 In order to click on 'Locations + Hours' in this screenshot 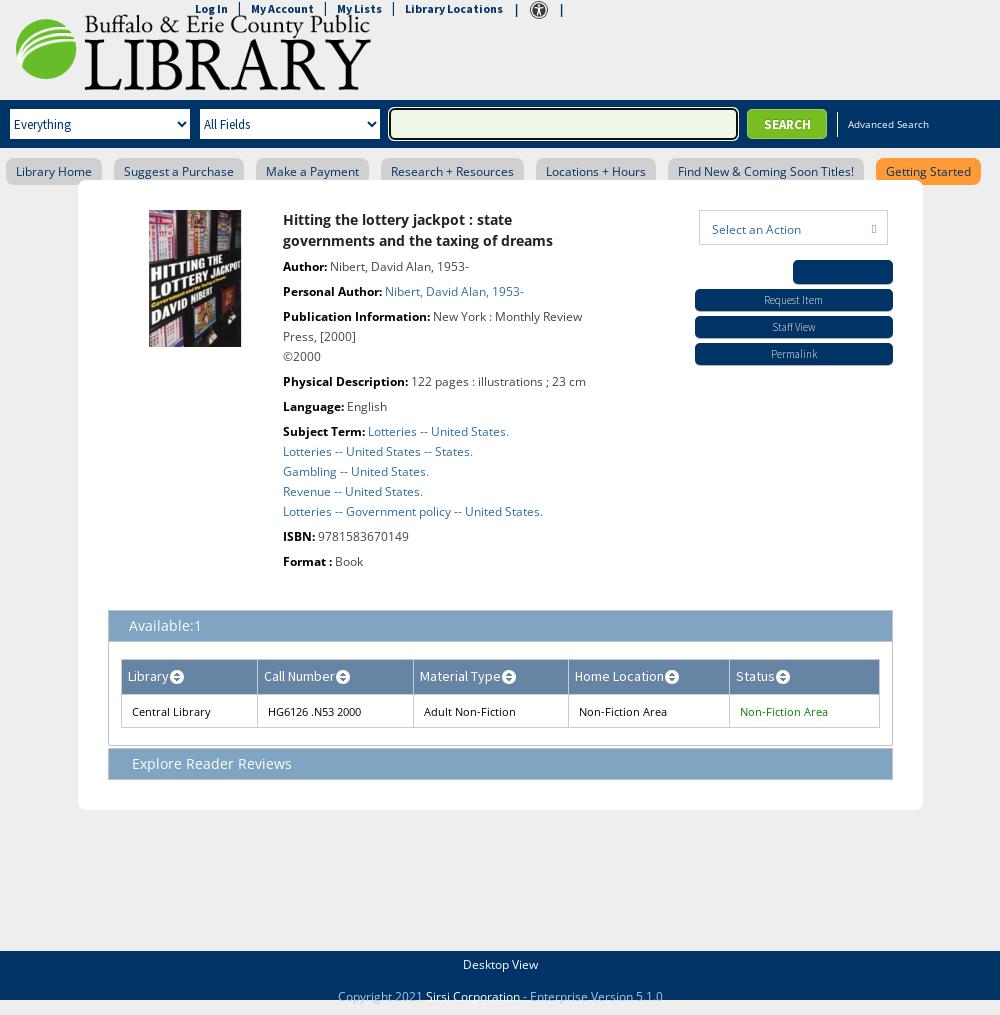, I will do `click(595, 170)`.